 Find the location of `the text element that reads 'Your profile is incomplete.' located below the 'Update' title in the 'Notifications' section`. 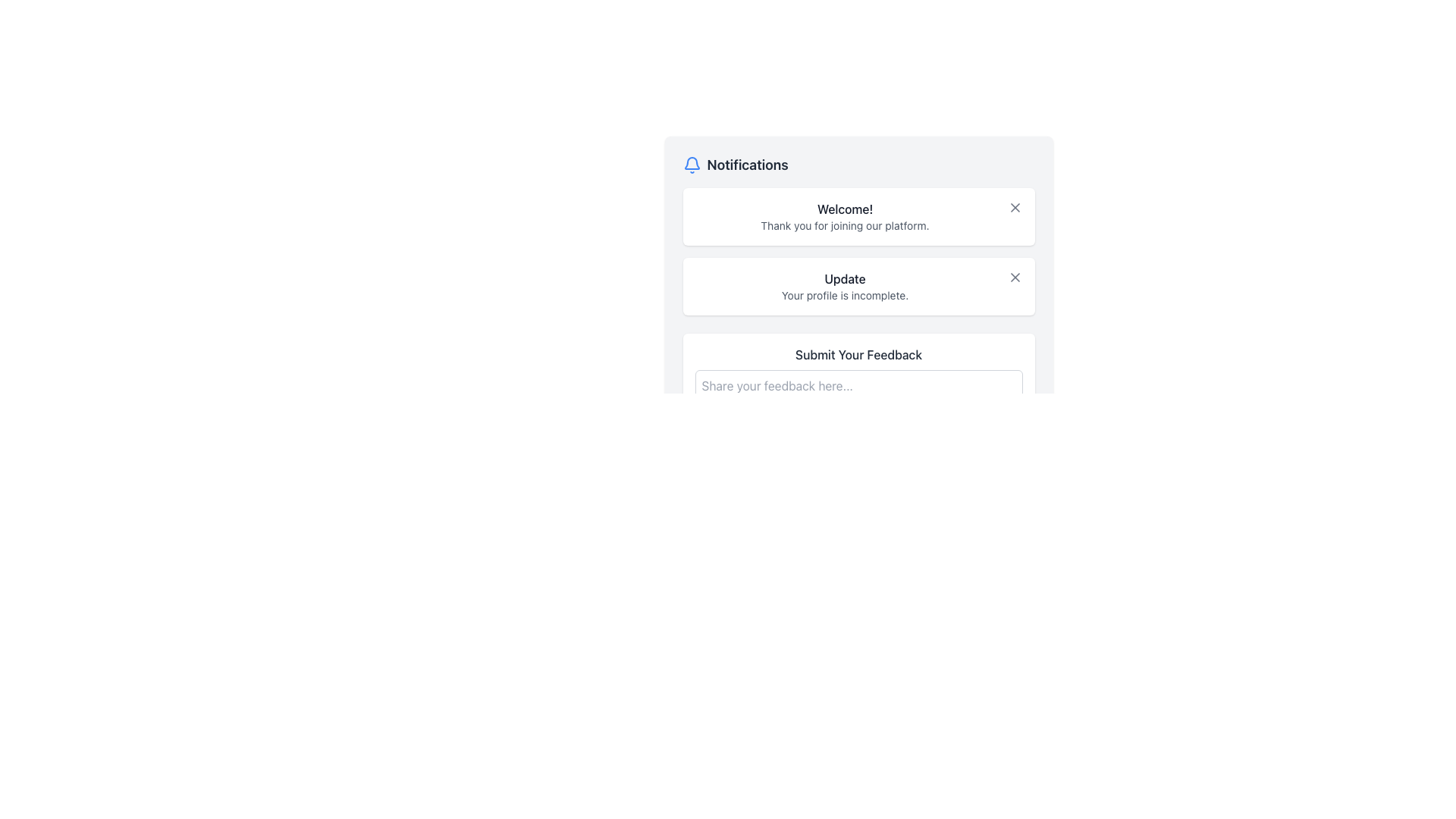

the text element that reads 'Your profile is incomplete.' located below the 'Update' title in the 'Notifications' section is located at coordinates (844, 295).